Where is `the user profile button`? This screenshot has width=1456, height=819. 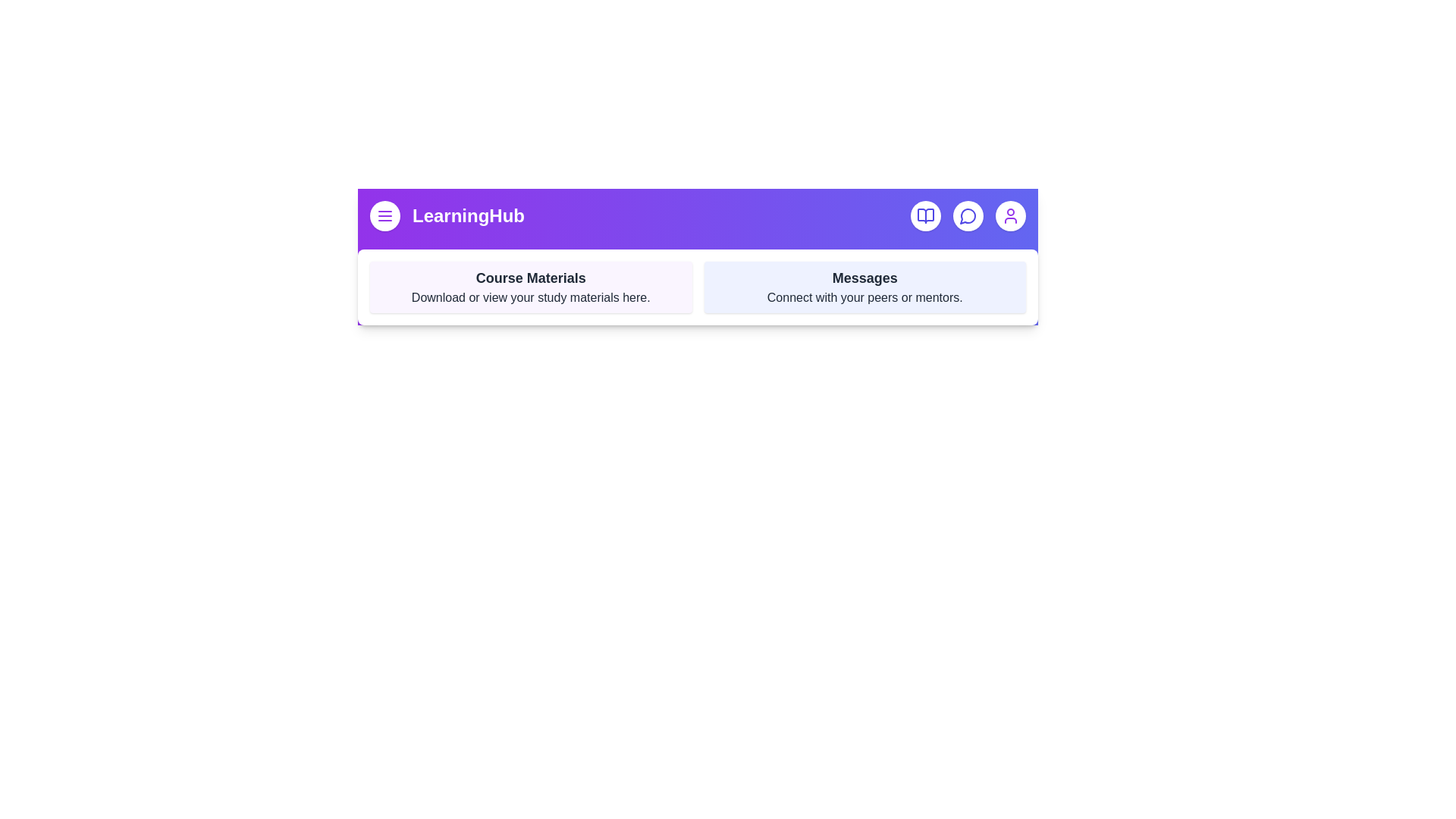
the user profile button is located at coordinates (1011, 216).